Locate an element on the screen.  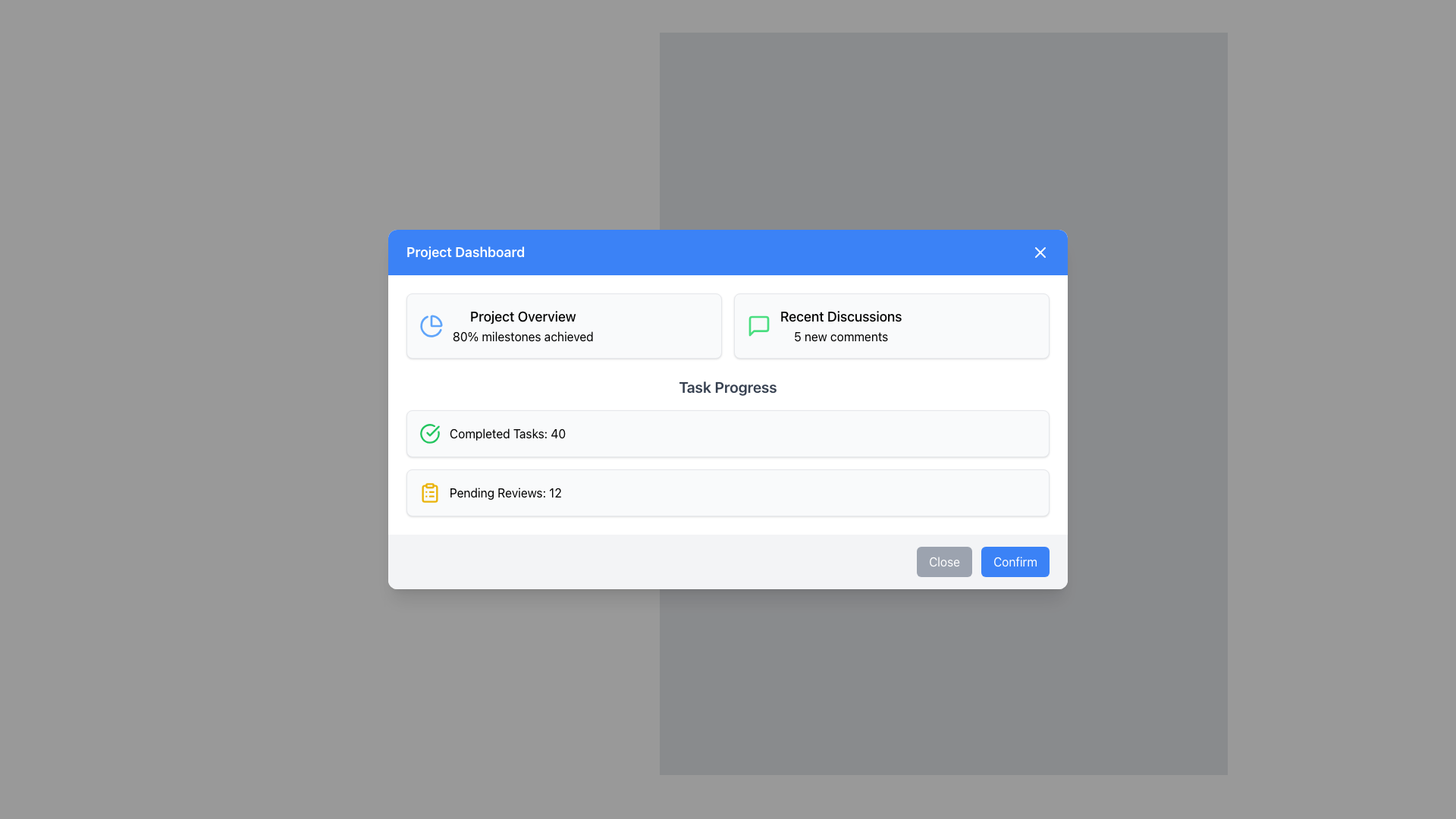
the Text Label that displays the number of pending reviews (12), located to the right of the clipboard icon in the 'Task Progress' section is located at coordinates (505, 493).